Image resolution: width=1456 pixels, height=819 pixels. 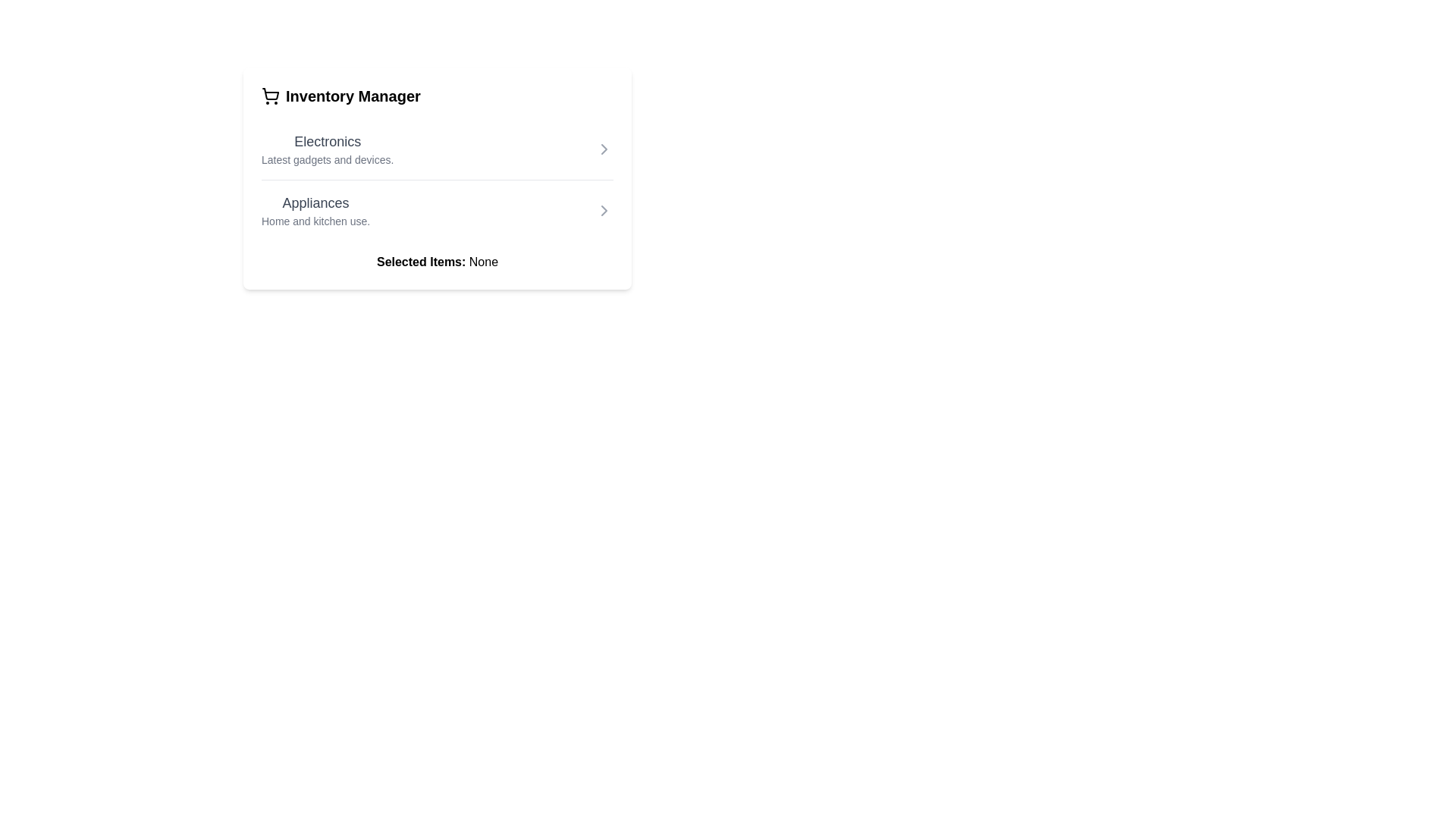 What do you see at coordinates (436, 210) in the screenshot?
I see `the 'Appliances' category selector in the Inventory Manager list, which is located below the 'Electronics' item` at bounding box center [436, 210].